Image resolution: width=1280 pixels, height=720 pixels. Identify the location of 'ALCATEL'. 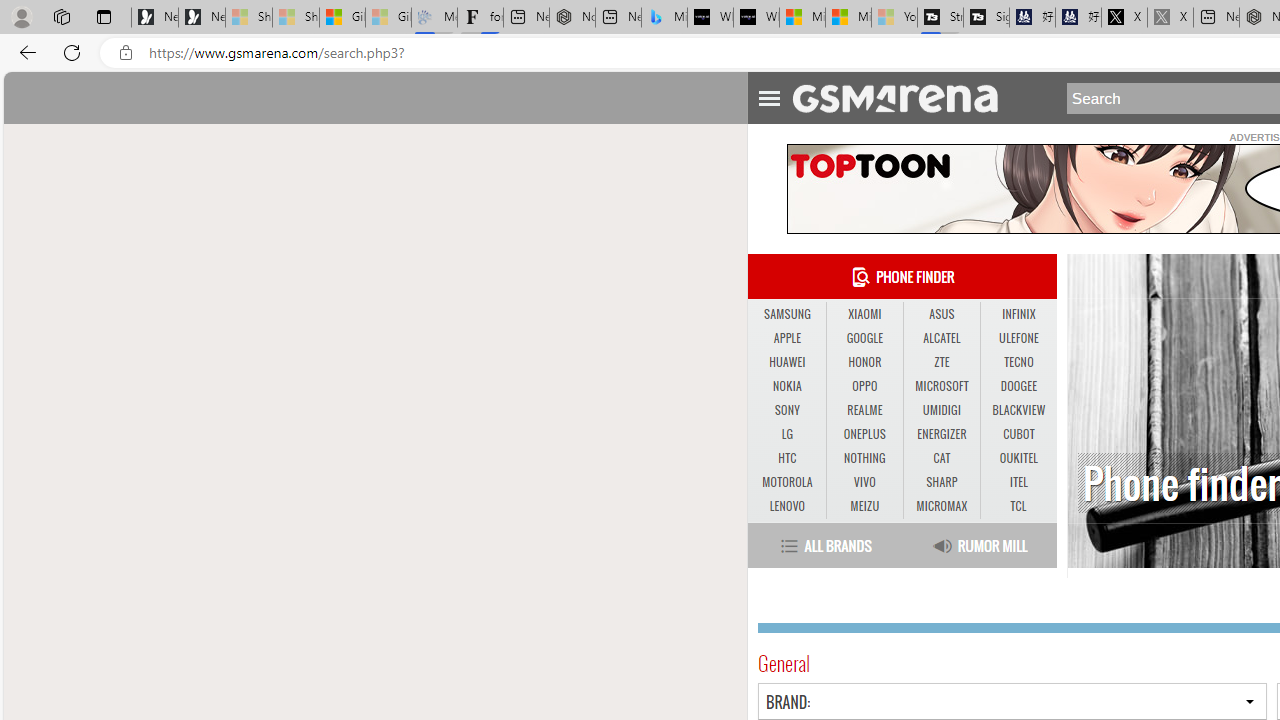
(941, 338).